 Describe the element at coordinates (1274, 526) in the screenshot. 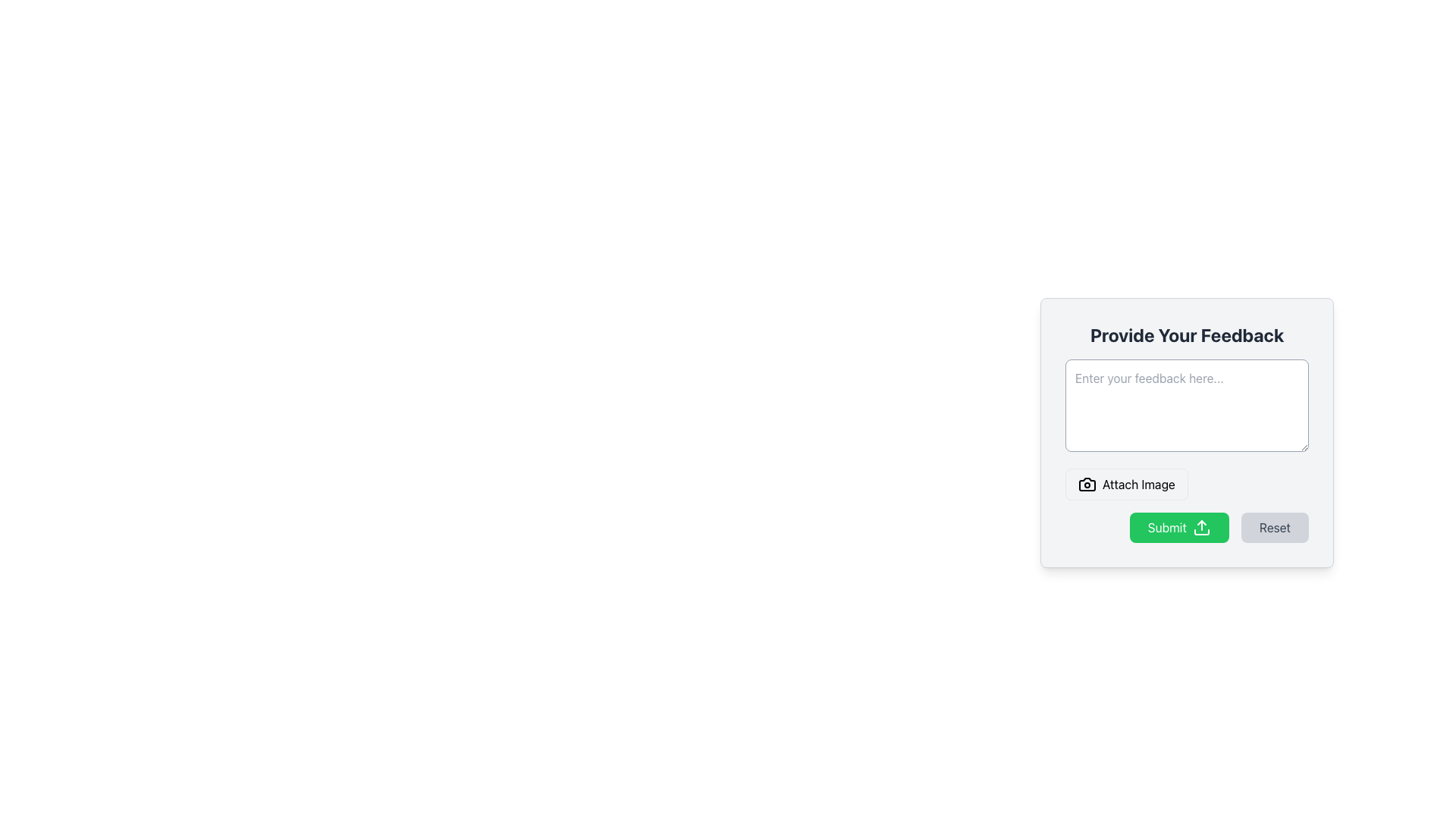

I see `the reset button located at the lower-right corner of the form to activate its hover effect` at that location.